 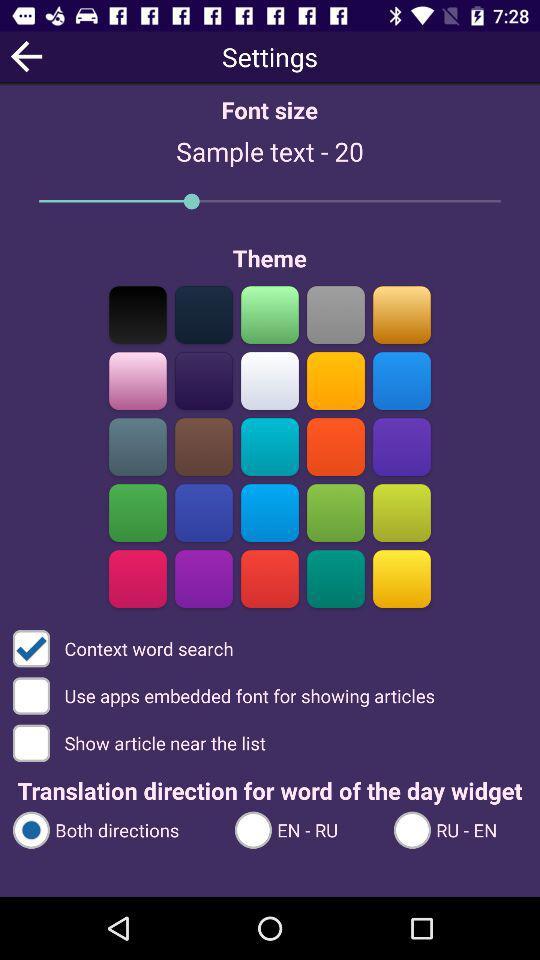 I want to click on the color of your text, so click(x=335, y=380).